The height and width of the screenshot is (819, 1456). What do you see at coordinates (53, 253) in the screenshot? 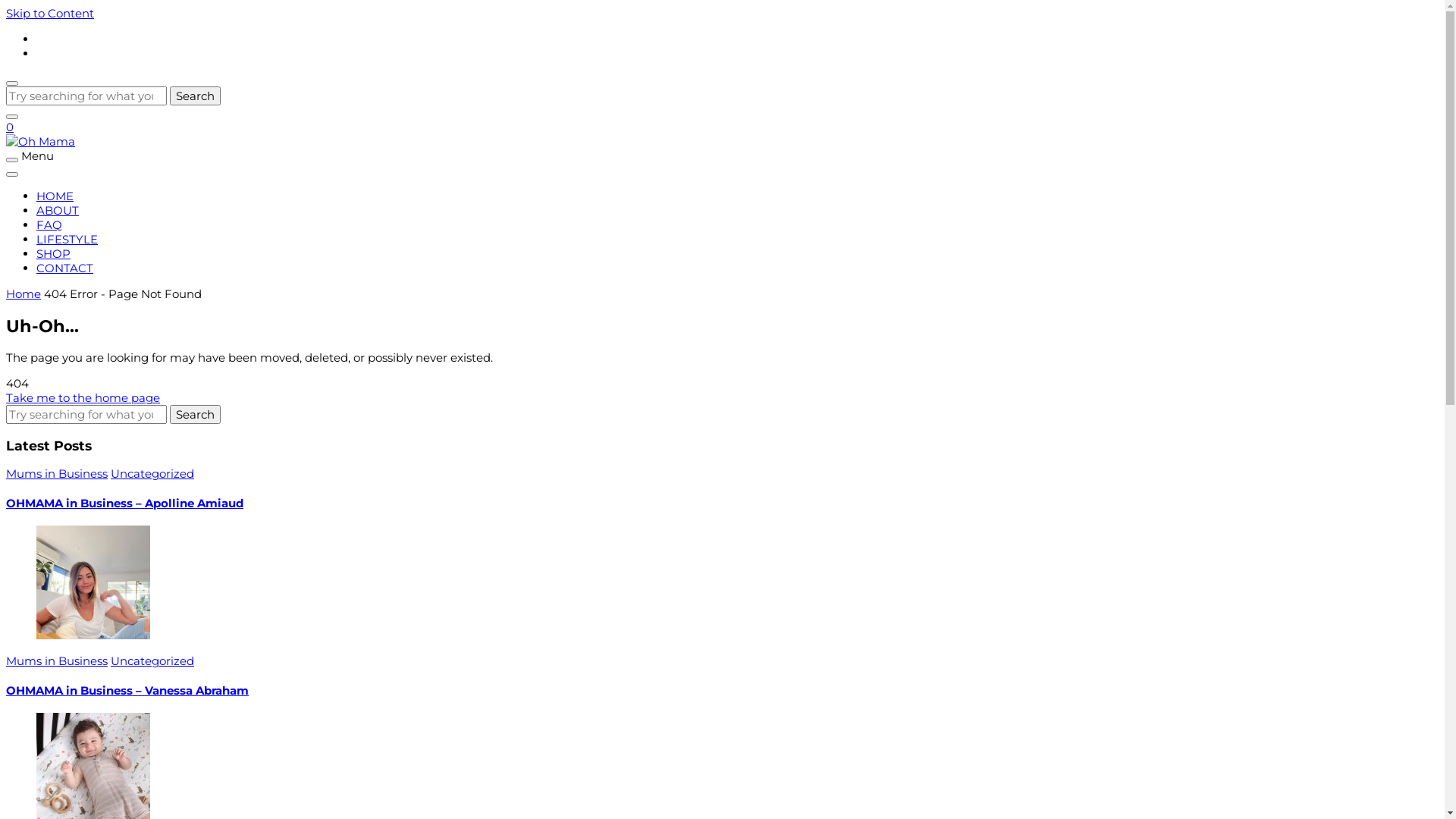
I see `'SHOP'` at bounding box center [53, 253].